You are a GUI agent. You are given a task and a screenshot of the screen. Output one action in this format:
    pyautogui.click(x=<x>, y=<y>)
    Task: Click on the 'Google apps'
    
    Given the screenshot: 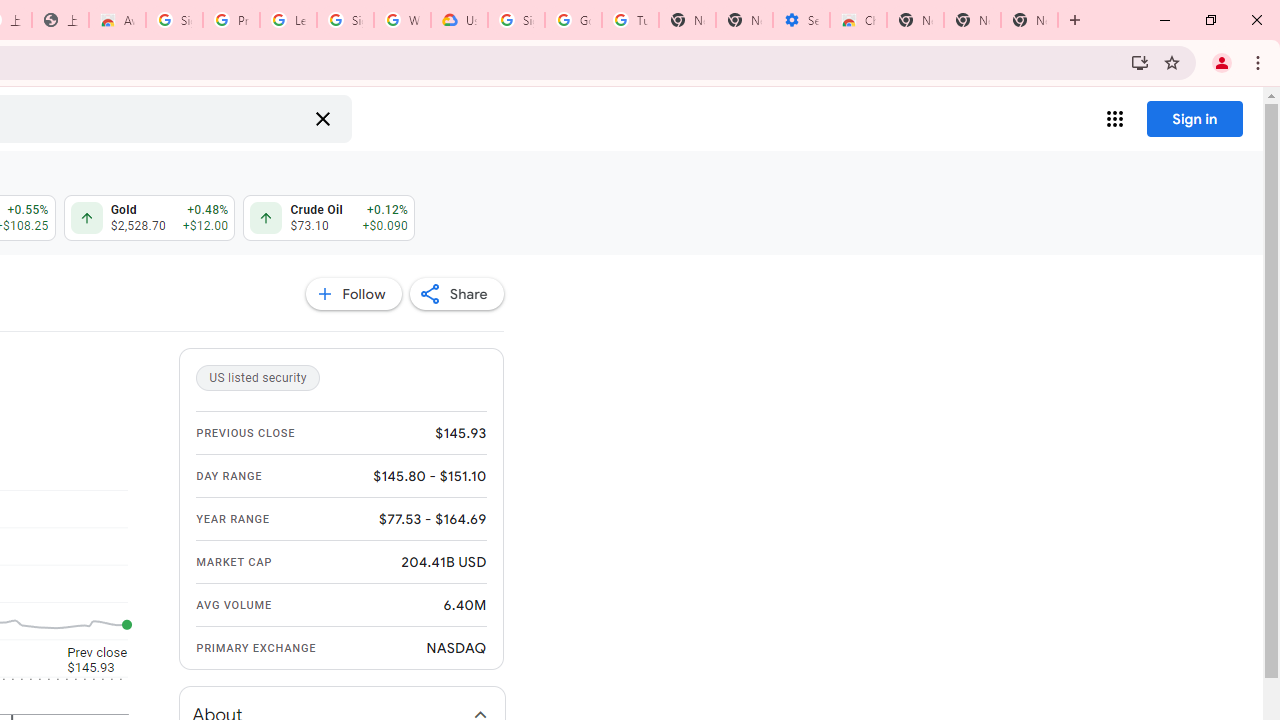 What is the action you would take?
    pyautogui.click(x=1113, y=119)
    